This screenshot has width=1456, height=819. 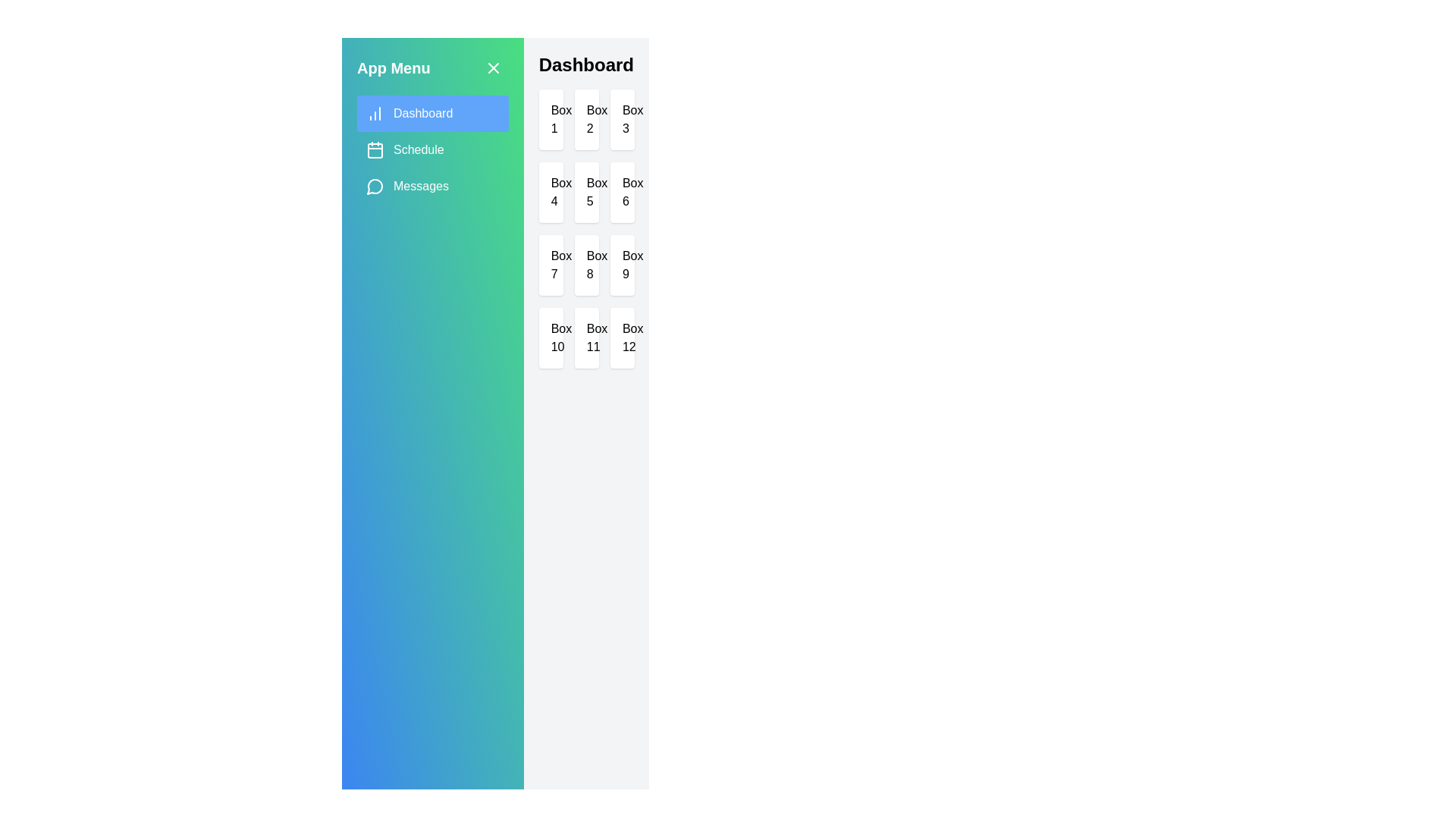 I want to click on the Messages tab to view its content, so click(x=431, y=186).